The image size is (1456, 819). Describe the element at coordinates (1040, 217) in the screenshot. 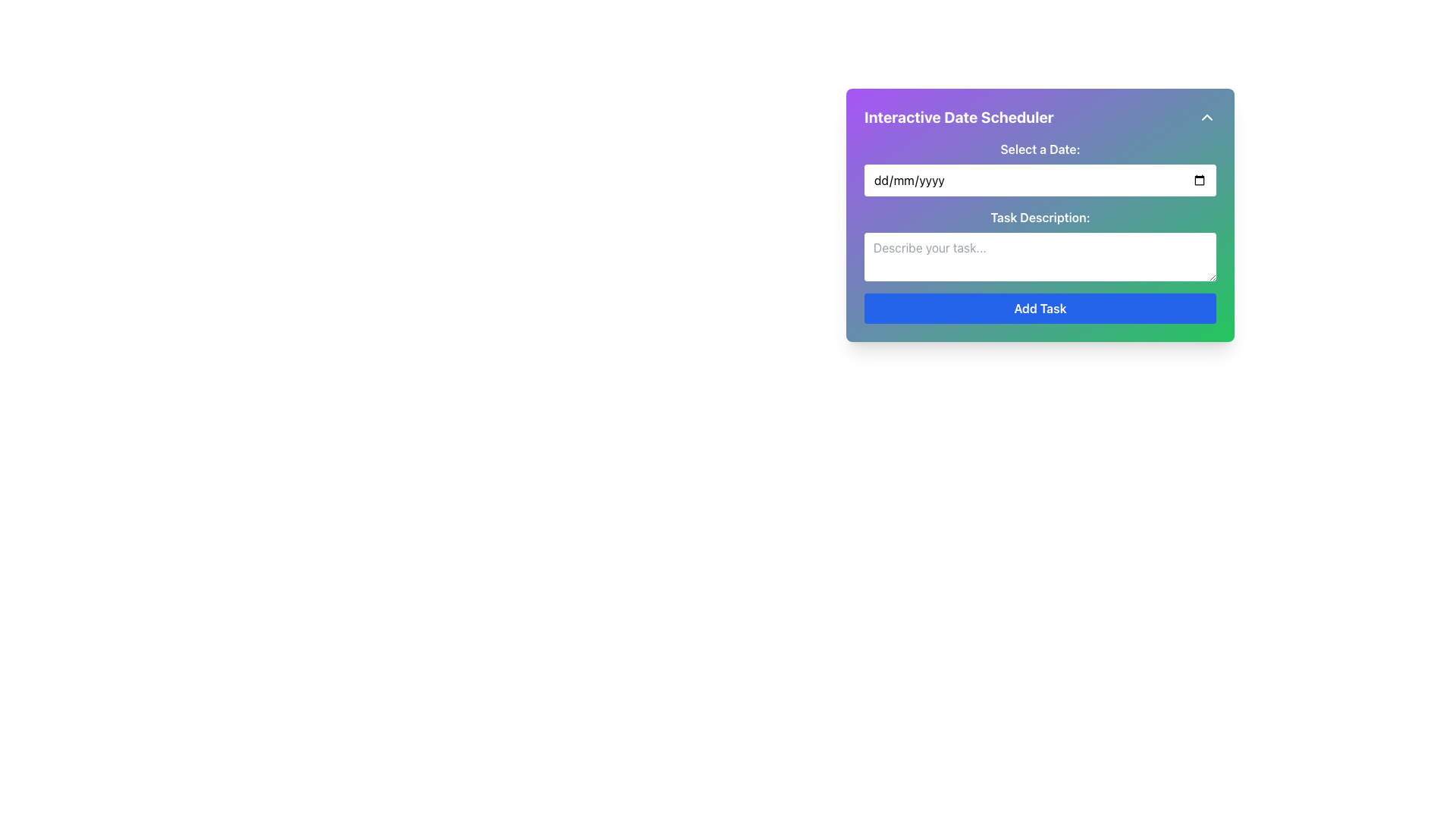

I see `the label that serves as a descriptor for the adjacent text input field for task description` at that location.